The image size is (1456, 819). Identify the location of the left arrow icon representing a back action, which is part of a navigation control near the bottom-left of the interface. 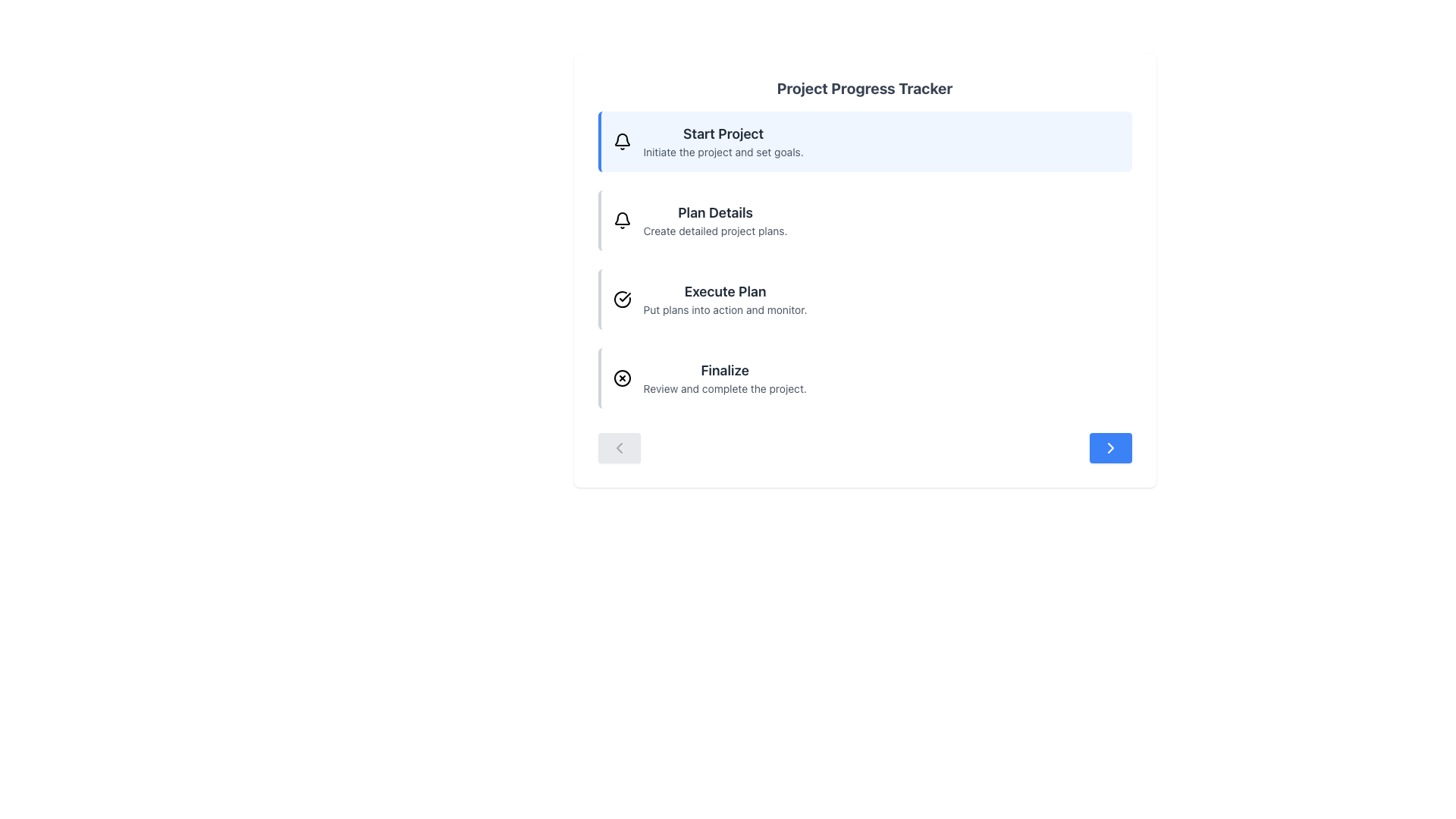
(619, 447).